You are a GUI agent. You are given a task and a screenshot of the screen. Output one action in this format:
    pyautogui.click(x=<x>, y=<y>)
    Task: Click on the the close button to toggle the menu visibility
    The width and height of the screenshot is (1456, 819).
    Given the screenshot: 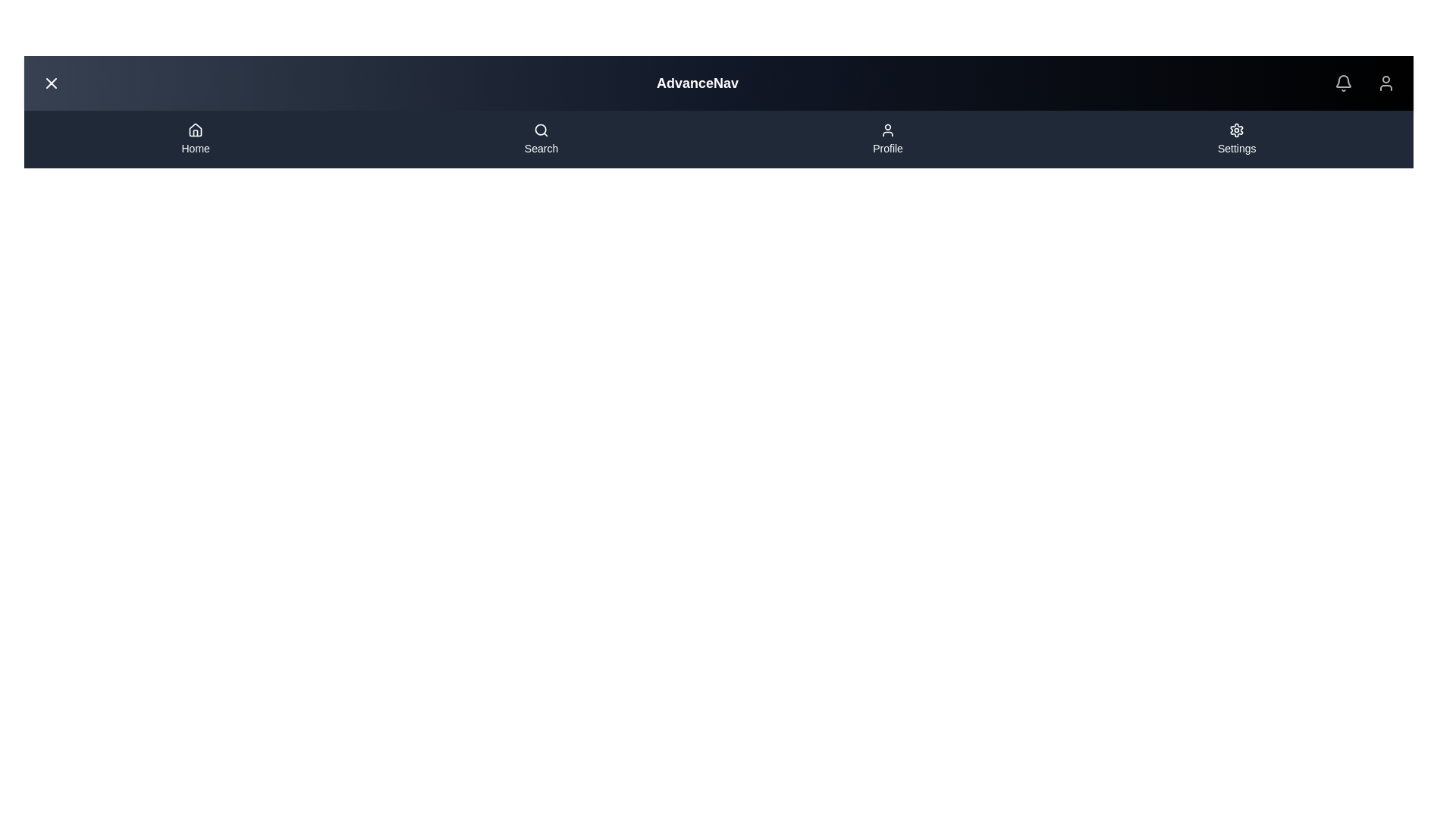 What is the action you would take?
    pyautogui.click(x=51, y=83)
    